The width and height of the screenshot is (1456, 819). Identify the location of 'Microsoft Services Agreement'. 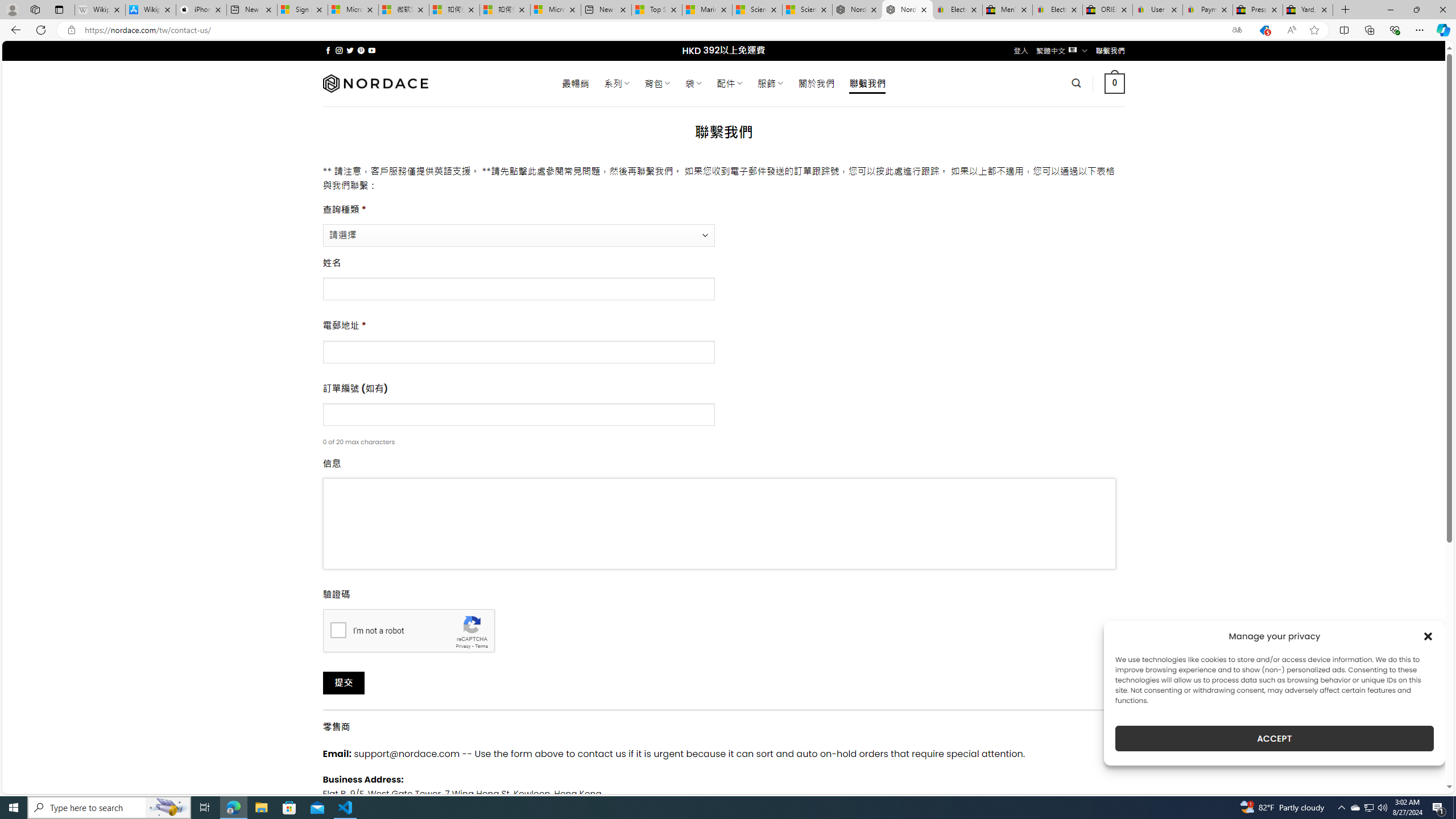
(352, 9).